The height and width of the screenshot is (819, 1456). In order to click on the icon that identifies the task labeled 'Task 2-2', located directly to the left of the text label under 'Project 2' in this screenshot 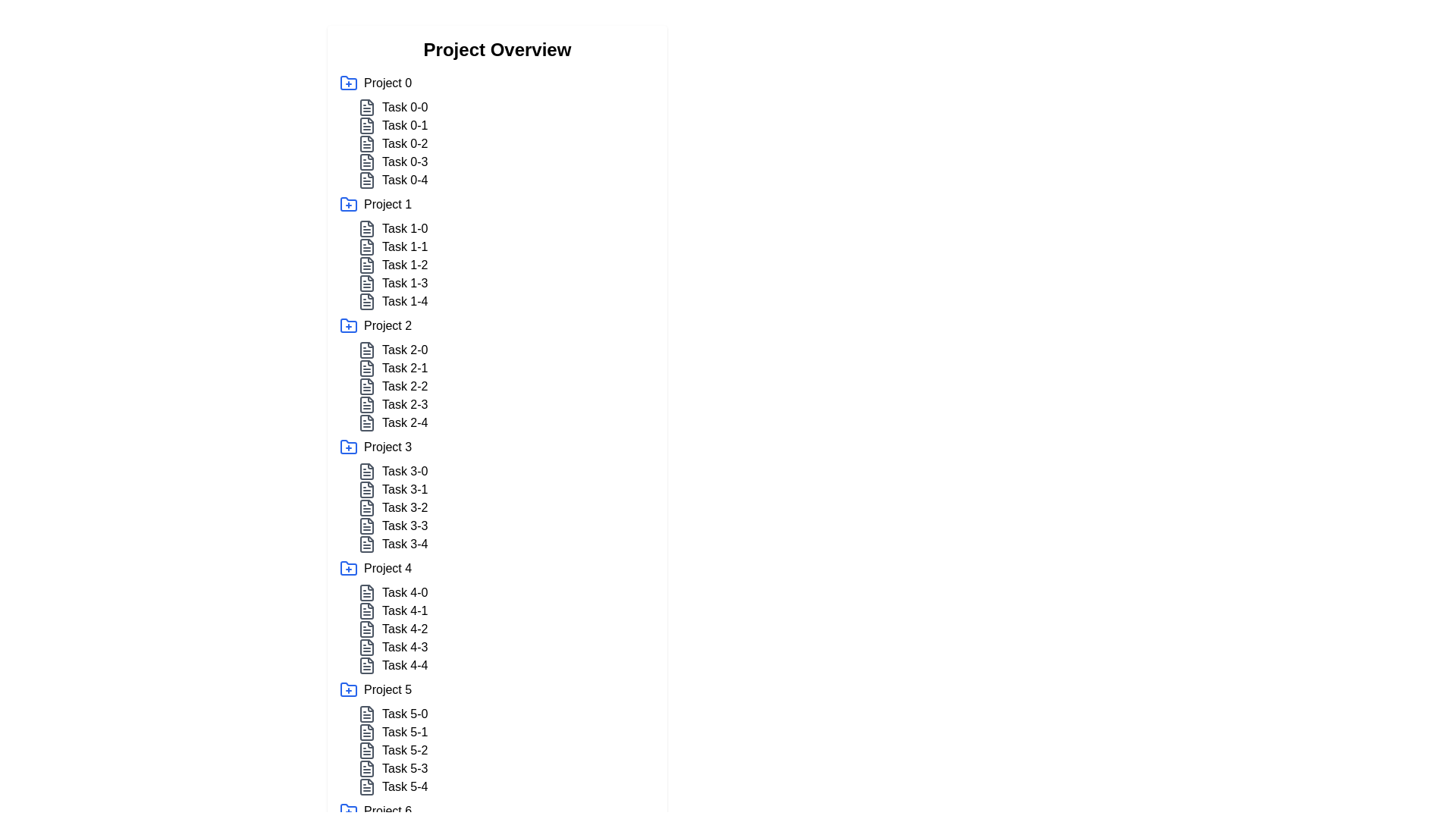, I will do `click(367, 385)`.